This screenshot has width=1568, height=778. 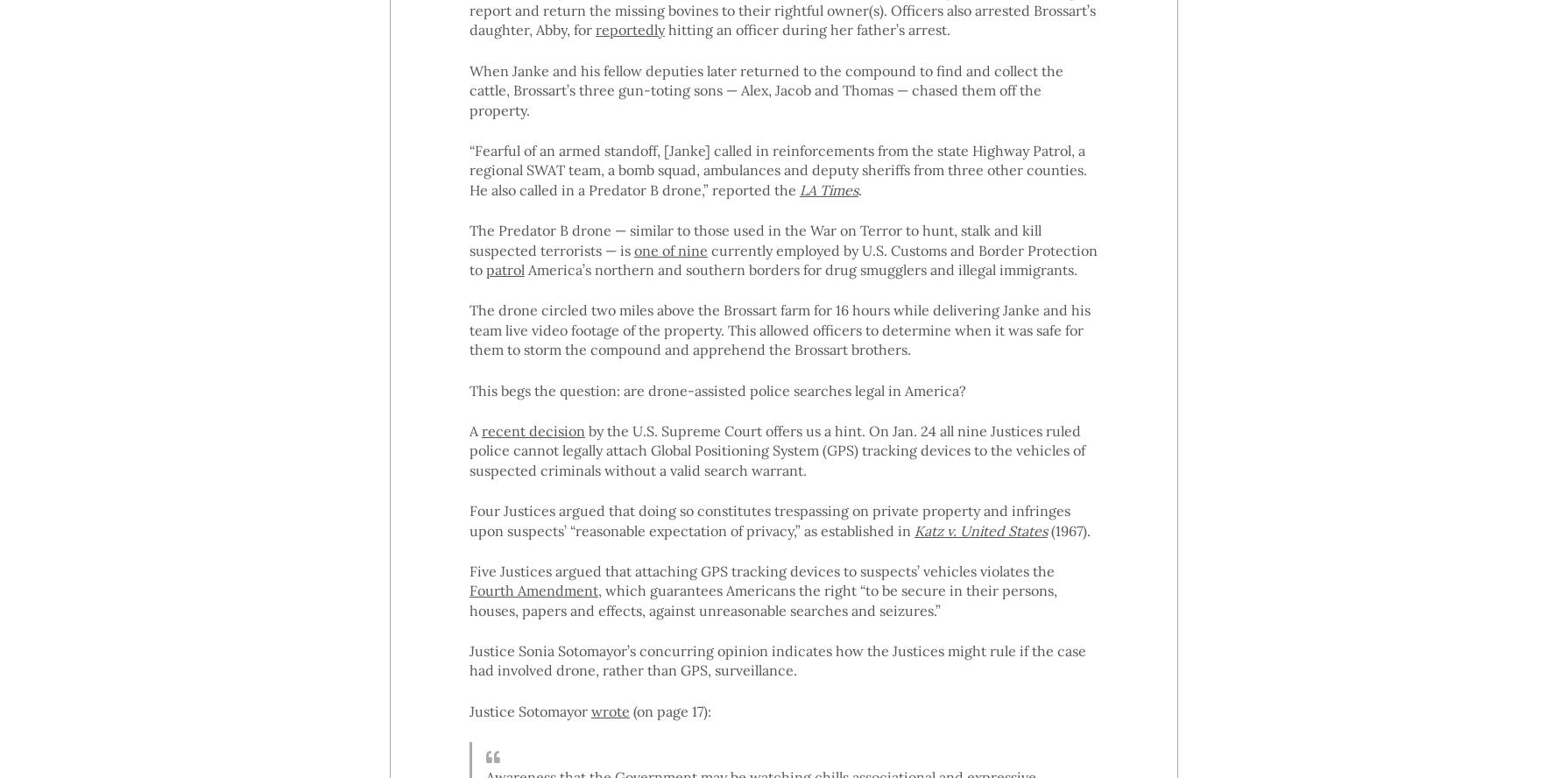 What do you see at coordinates (776, 169) in the screenshot?
I see `'“Fearful of an armed standoff, [Janke] called in reinforcements from the state Highway Patrol, a regional SWAT team, a bomb squad, ambulances and deputy sheriffs from three other counties. He also called in a Predator B drone,” reported the'` at bounding box center [776, 169].